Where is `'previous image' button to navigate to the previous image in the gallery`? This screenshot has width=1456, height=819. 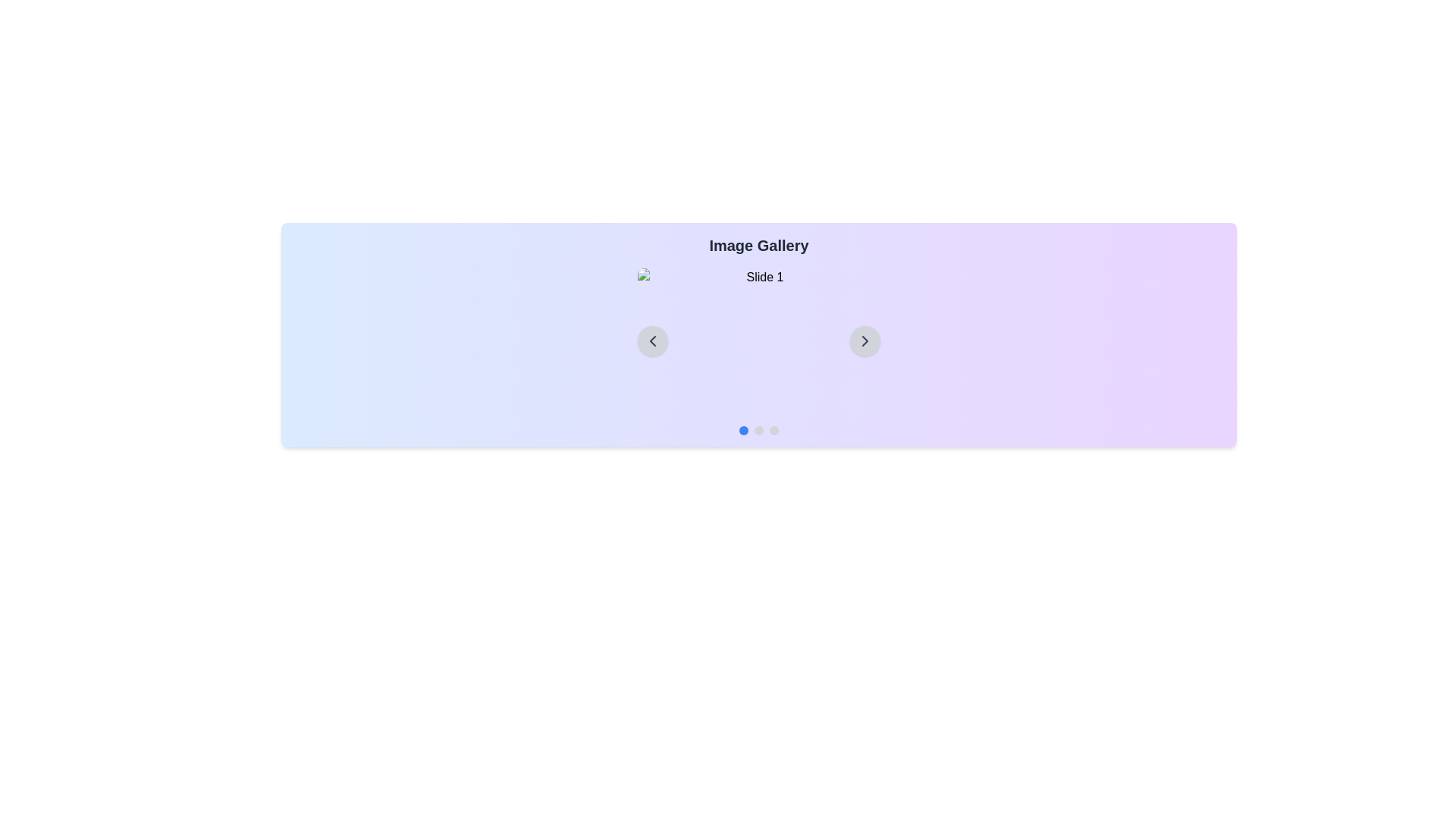
'previous image' button to navigate to the previous image in the gallery is located at coordinates (652, 341).